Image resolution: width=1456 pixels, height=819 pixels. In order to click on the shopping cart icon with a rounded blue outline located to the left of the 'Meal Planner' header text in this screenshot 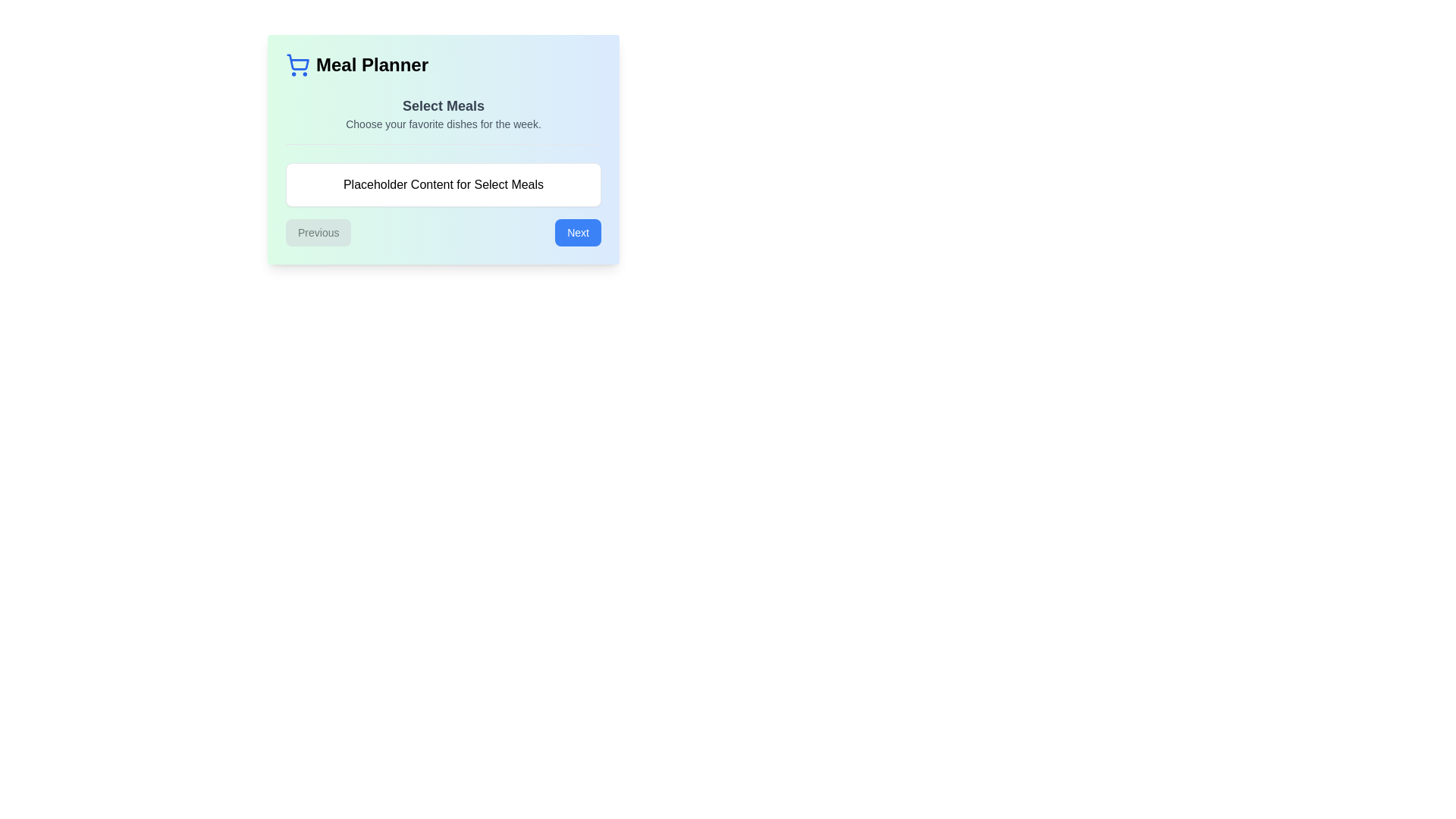, I will do `click(298, 64)`.